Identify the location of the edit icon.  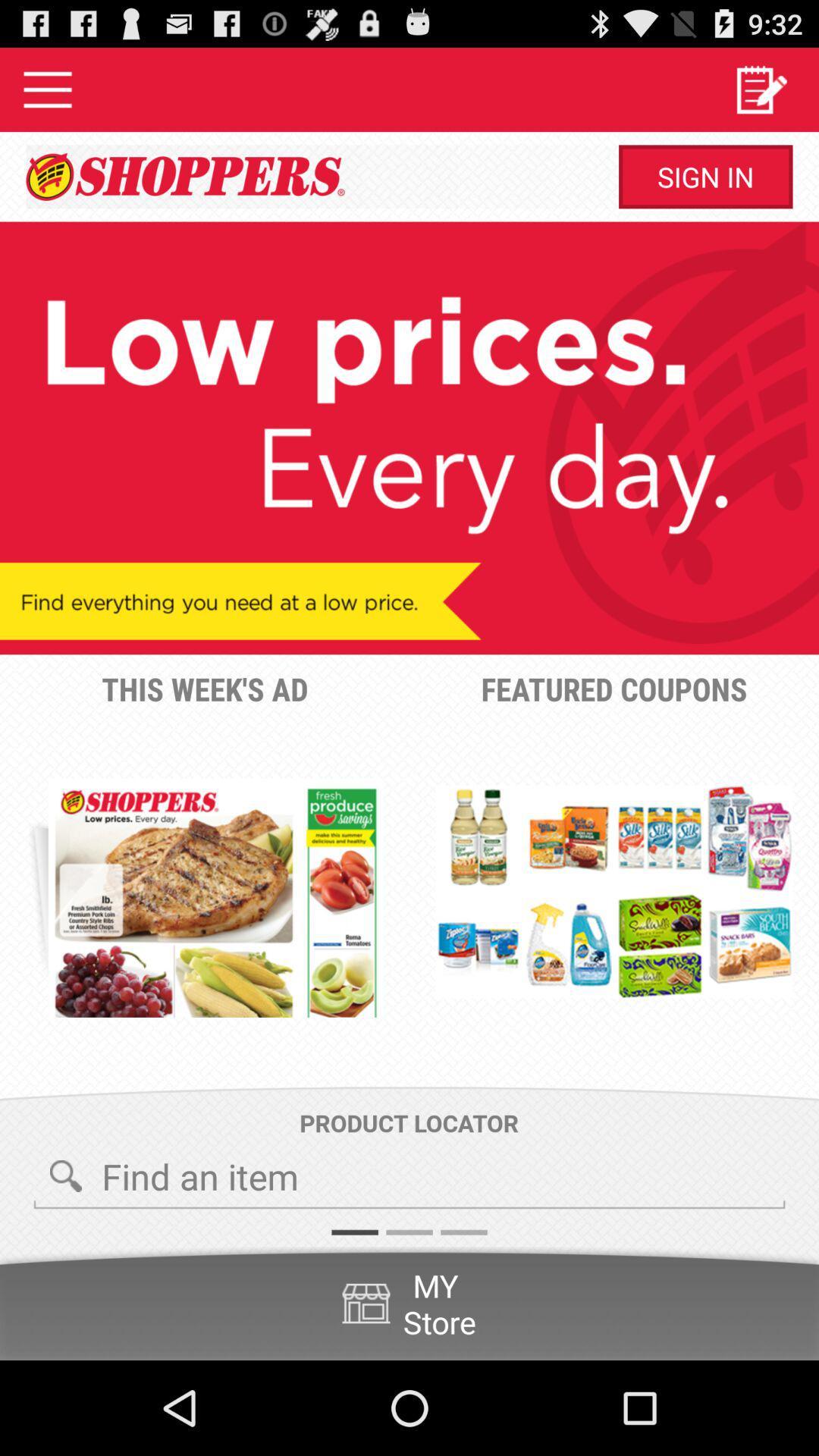
(761, 95).